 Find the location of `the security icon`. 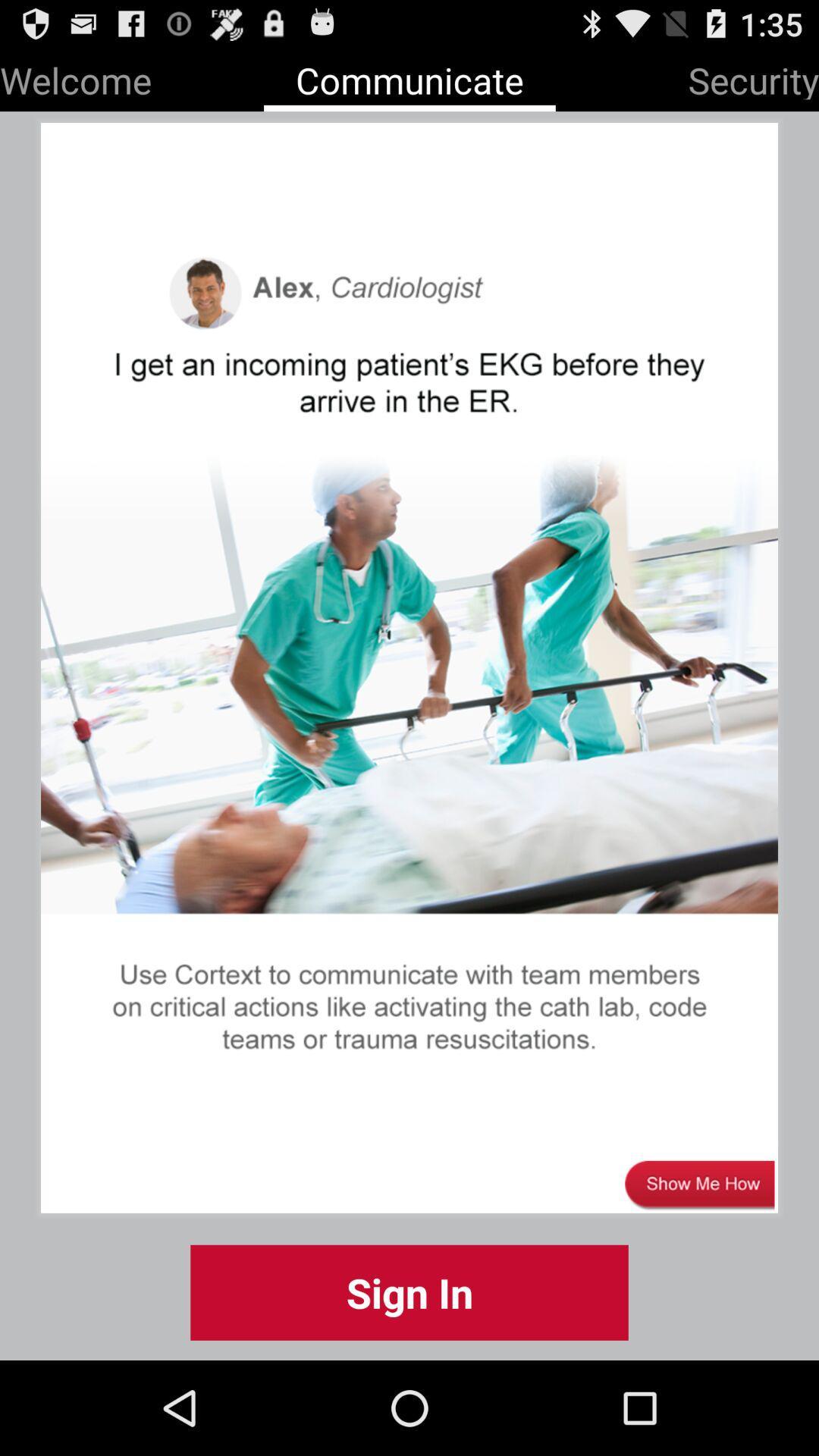

the security icon is located at coordinates (753, 77).